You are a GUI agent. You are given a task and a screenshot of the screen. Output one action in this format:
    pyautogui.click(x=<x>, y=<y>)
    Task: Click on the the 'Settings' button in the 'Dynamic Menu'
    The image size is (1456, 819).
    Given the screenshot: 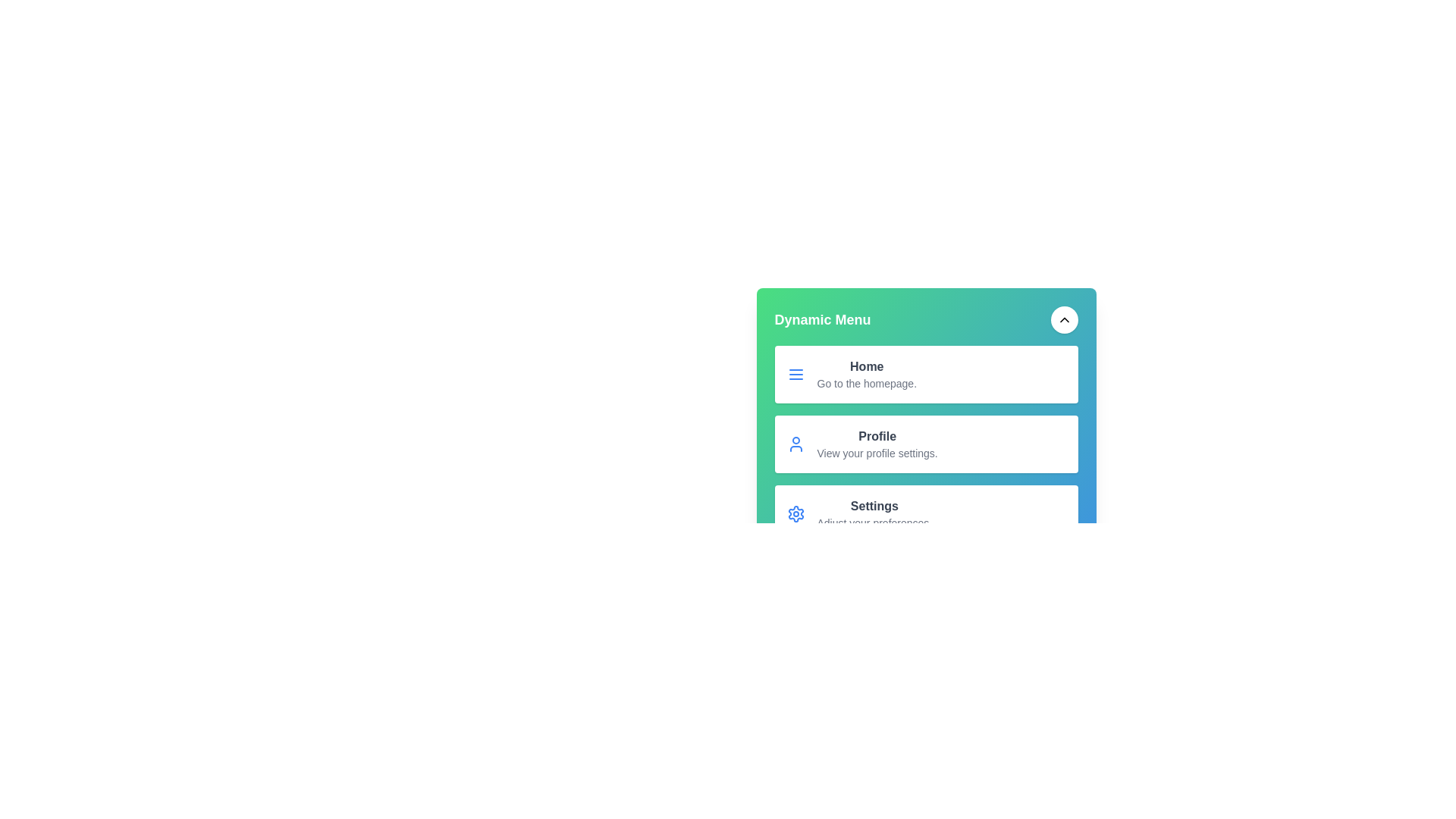 What is the action you would take?
    pyautogui.click(x=925, y=517)
    